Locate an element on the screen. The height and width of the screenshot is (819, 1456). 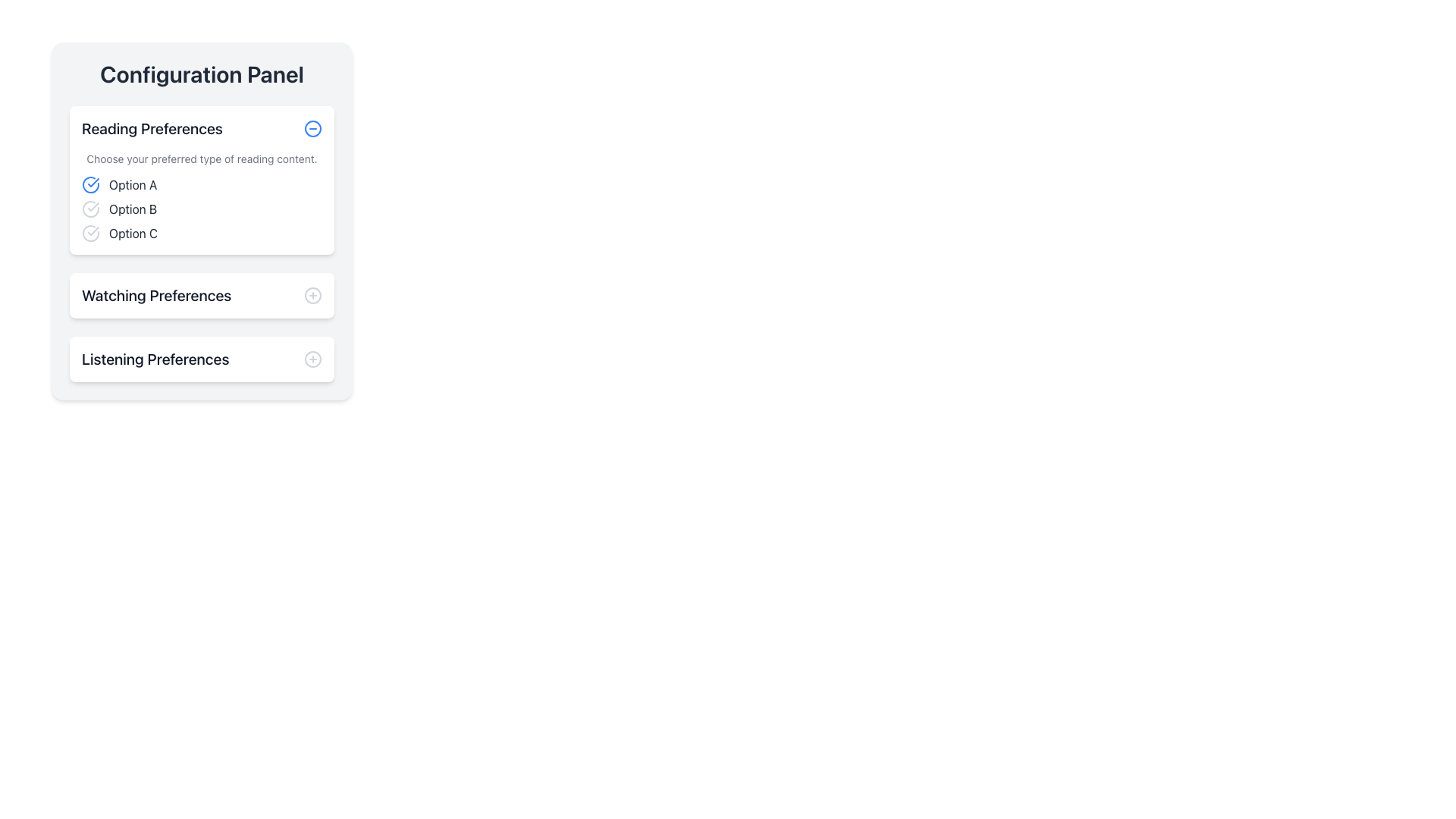
the state of the decorative checkbox indicating the selected option for 'Option A' in the 'Reading Preferences' category is located at coordinates (90, 184).